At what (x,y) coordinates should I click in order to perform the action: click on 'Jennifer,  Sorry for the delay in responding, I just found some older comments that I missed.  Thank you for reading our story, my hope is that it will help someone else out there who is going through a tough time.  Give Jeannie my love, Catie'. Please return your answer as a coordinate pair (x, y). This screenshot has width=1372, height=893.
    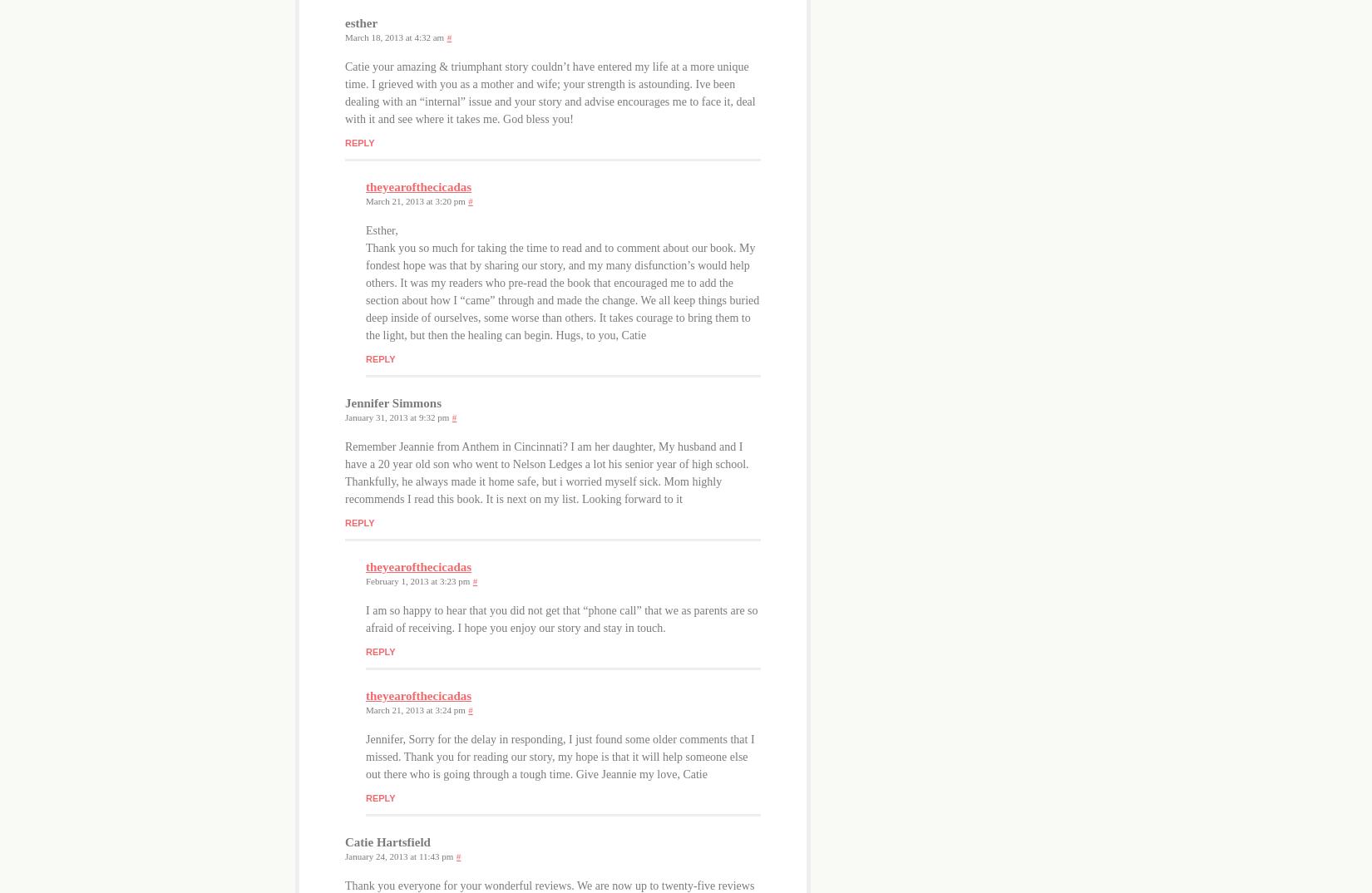
    Looking at the image, I should click on (559, 756).